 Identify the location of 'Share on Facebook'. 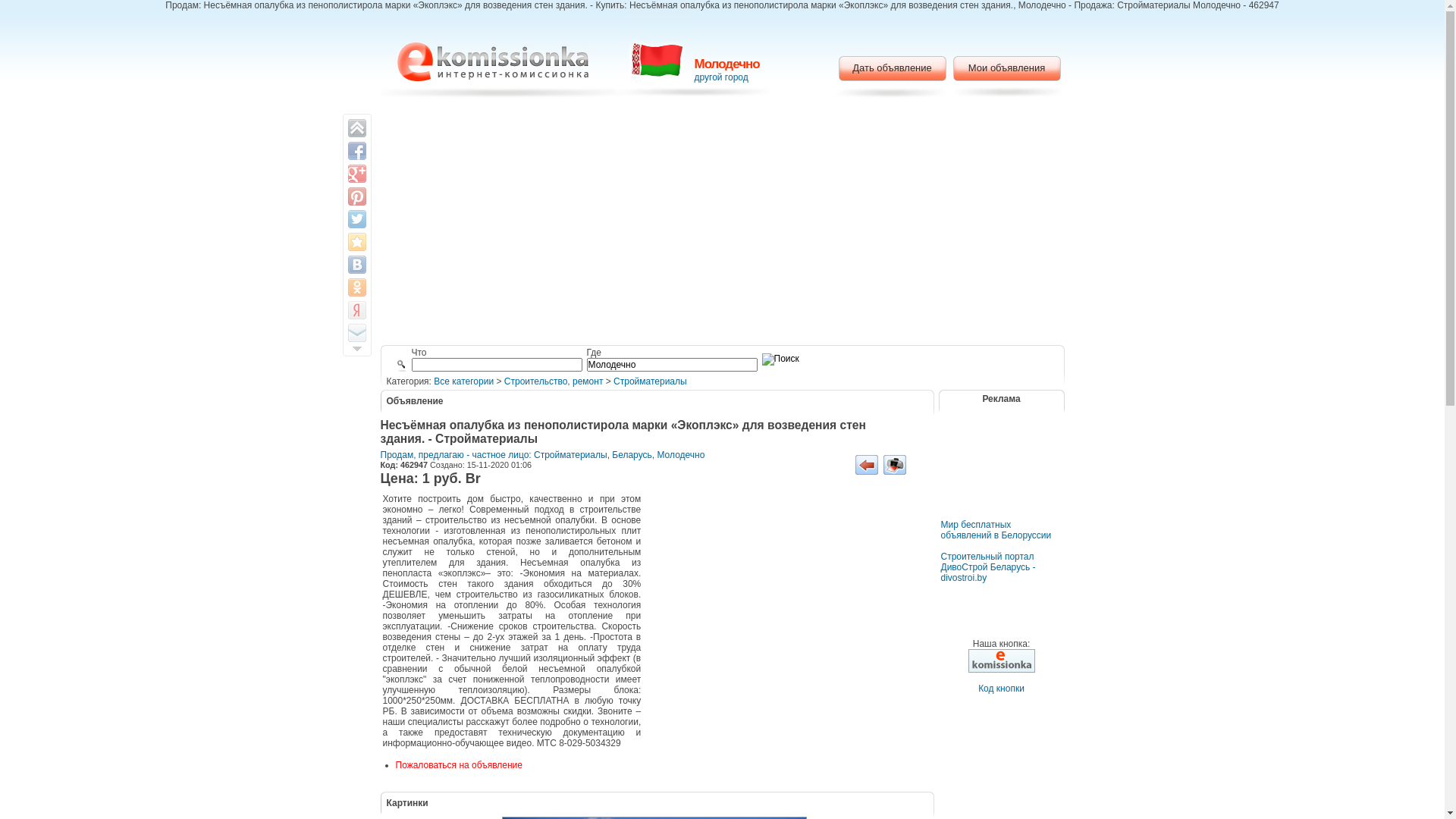
(356, 151).